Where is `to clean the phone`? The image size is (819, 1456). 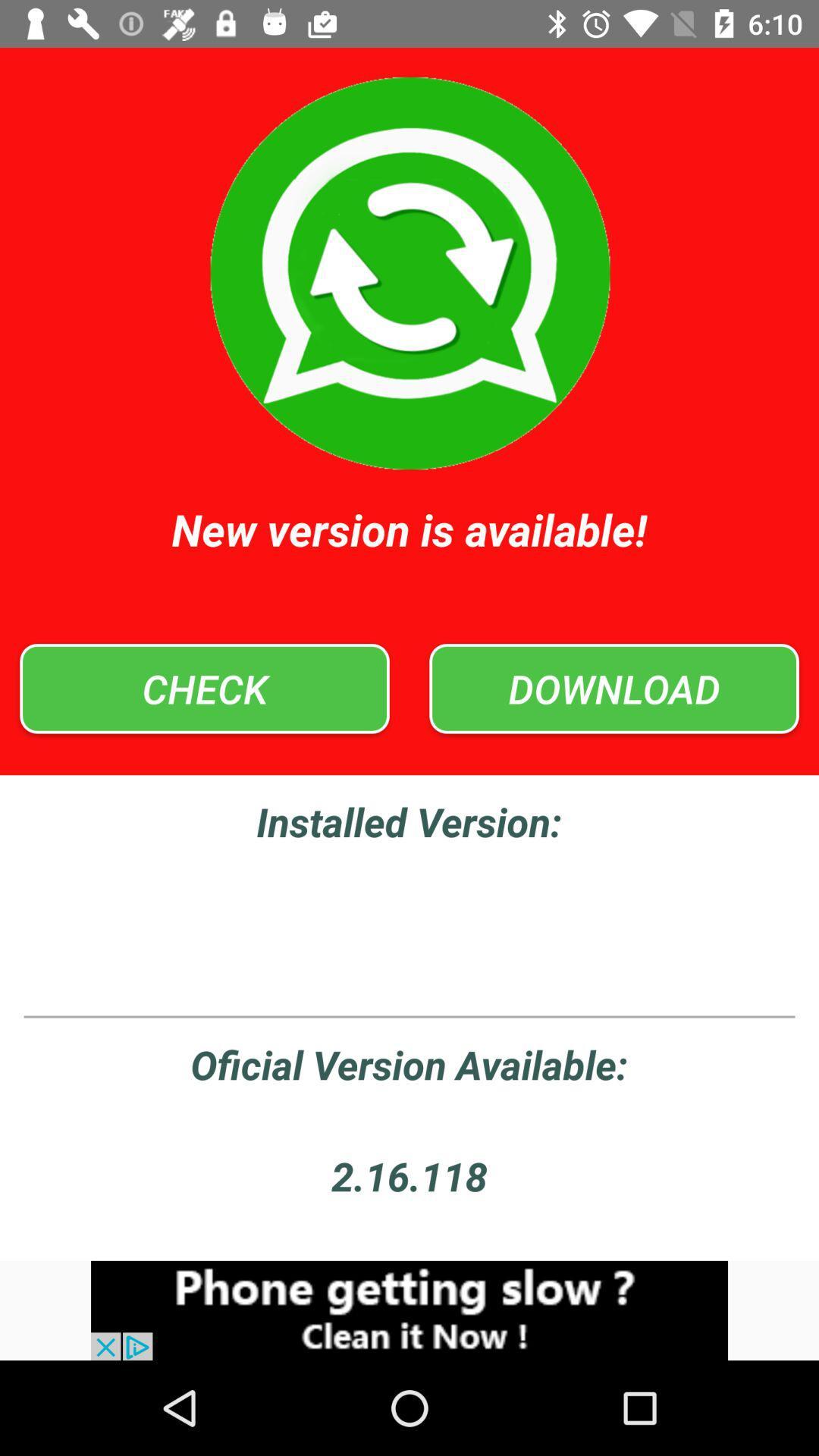
to clean the phone is located at coordinates (409, 1310).